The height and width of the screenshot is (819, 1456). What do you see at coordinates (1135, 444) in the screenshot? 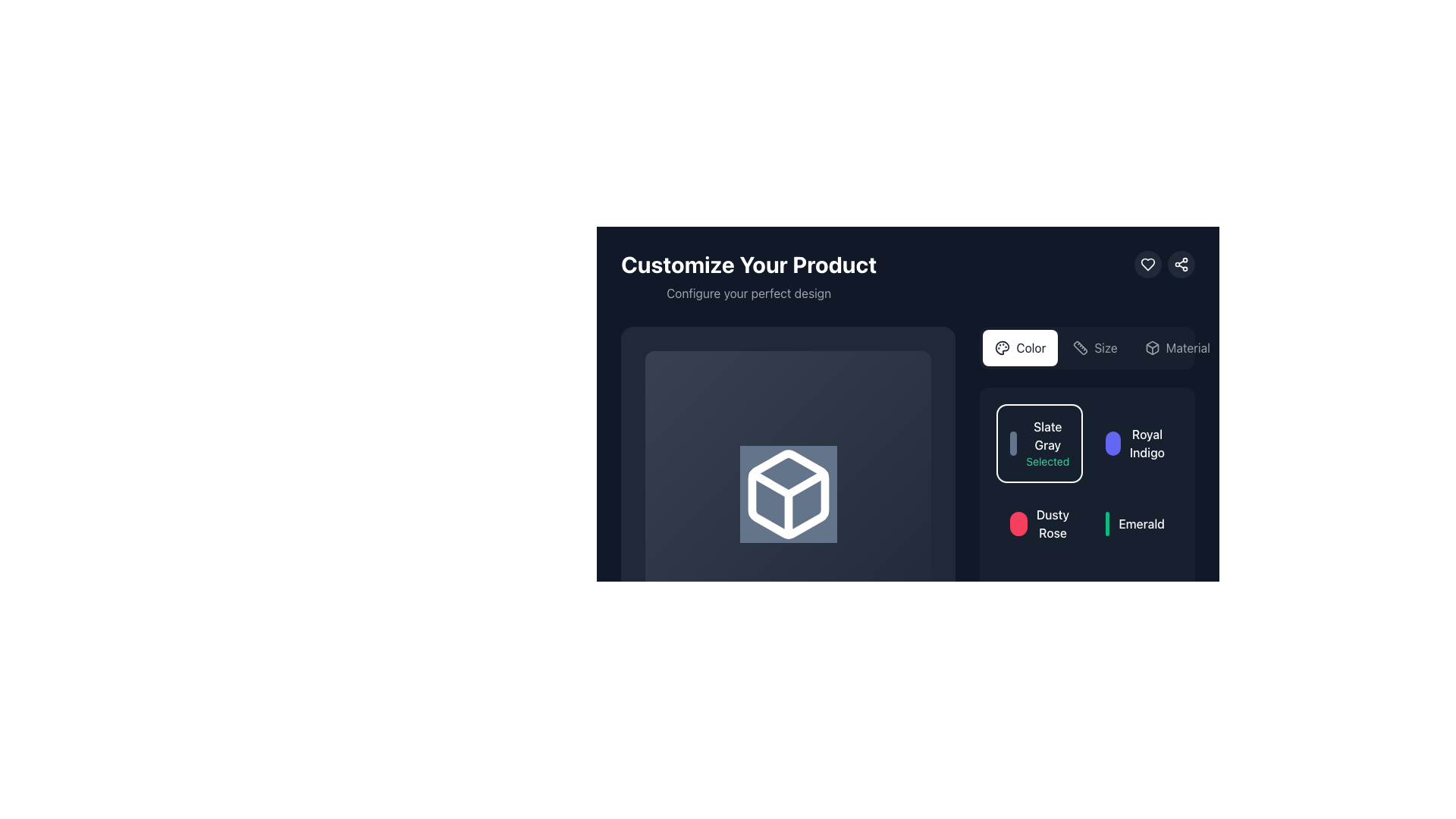
I see `the 'Royal Indigo' selectable option button located in the top row, second column of the grid for keyboard navigation` at bounding box center [1135, 444].